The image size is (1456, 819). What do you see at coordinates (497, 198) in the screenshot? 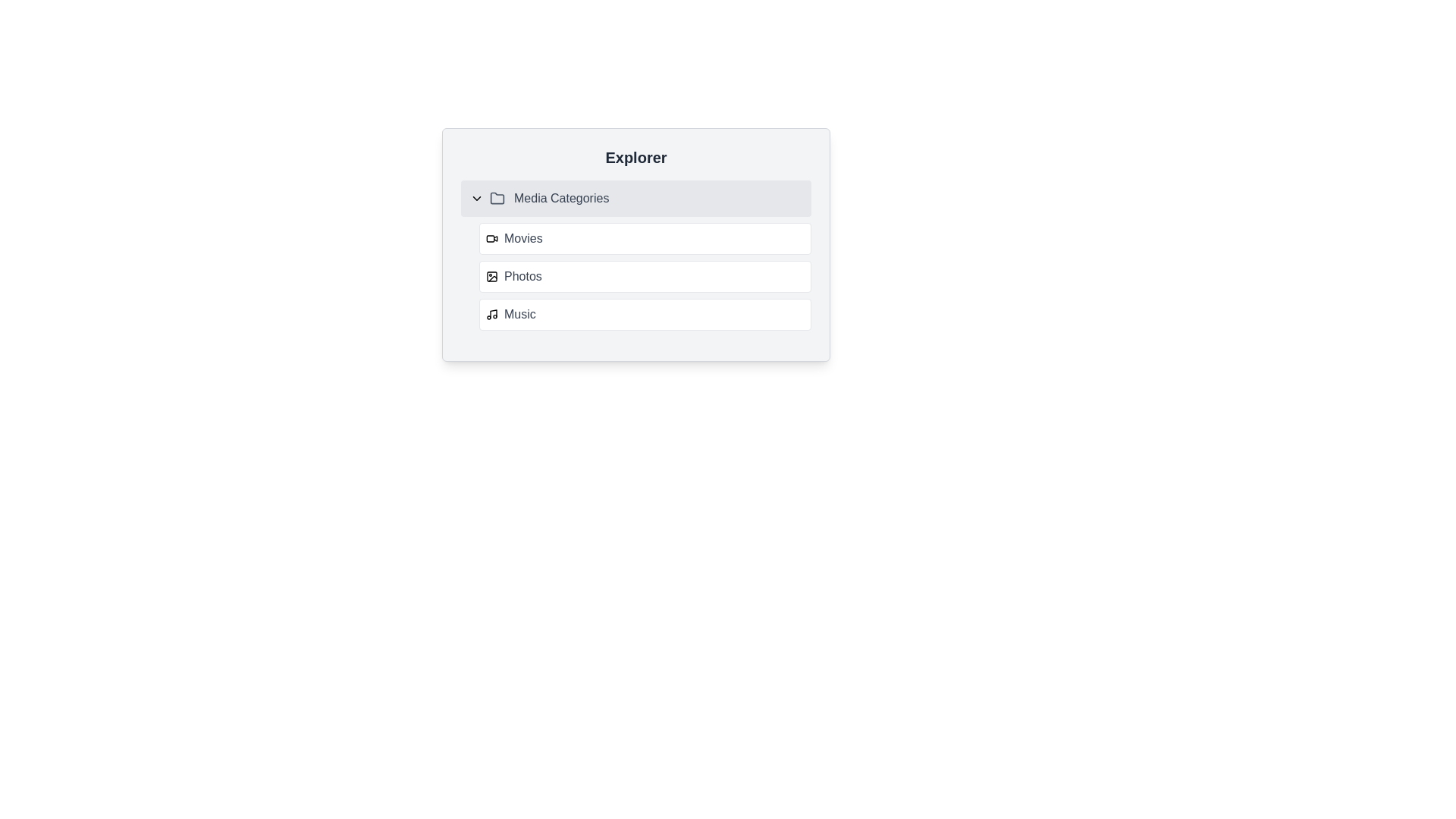
I see `the visual representation of the folder icon, which is a gray SVG graphic with rounded corners located between the chevron-down icon and the text 'Media Categories' within the 'Explorer' section` at bounding box center [497, 198].